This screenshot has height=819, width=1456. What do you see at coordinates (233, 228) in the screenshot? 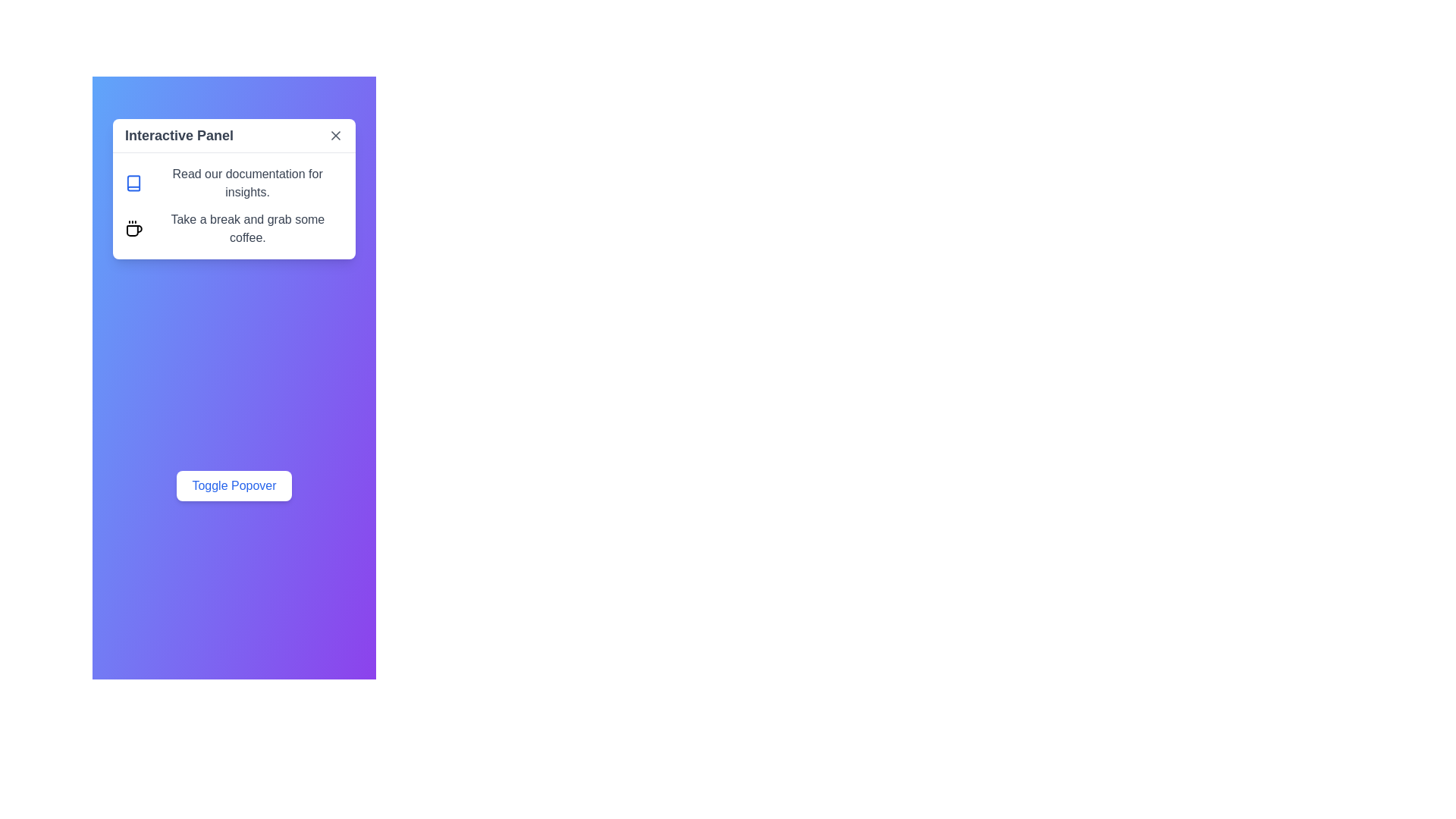
I see `the informational label with icon, which is the second text-based item in the vertical list beneath the 'Read our documentation for insights' section` at bounding box center [233, 228].